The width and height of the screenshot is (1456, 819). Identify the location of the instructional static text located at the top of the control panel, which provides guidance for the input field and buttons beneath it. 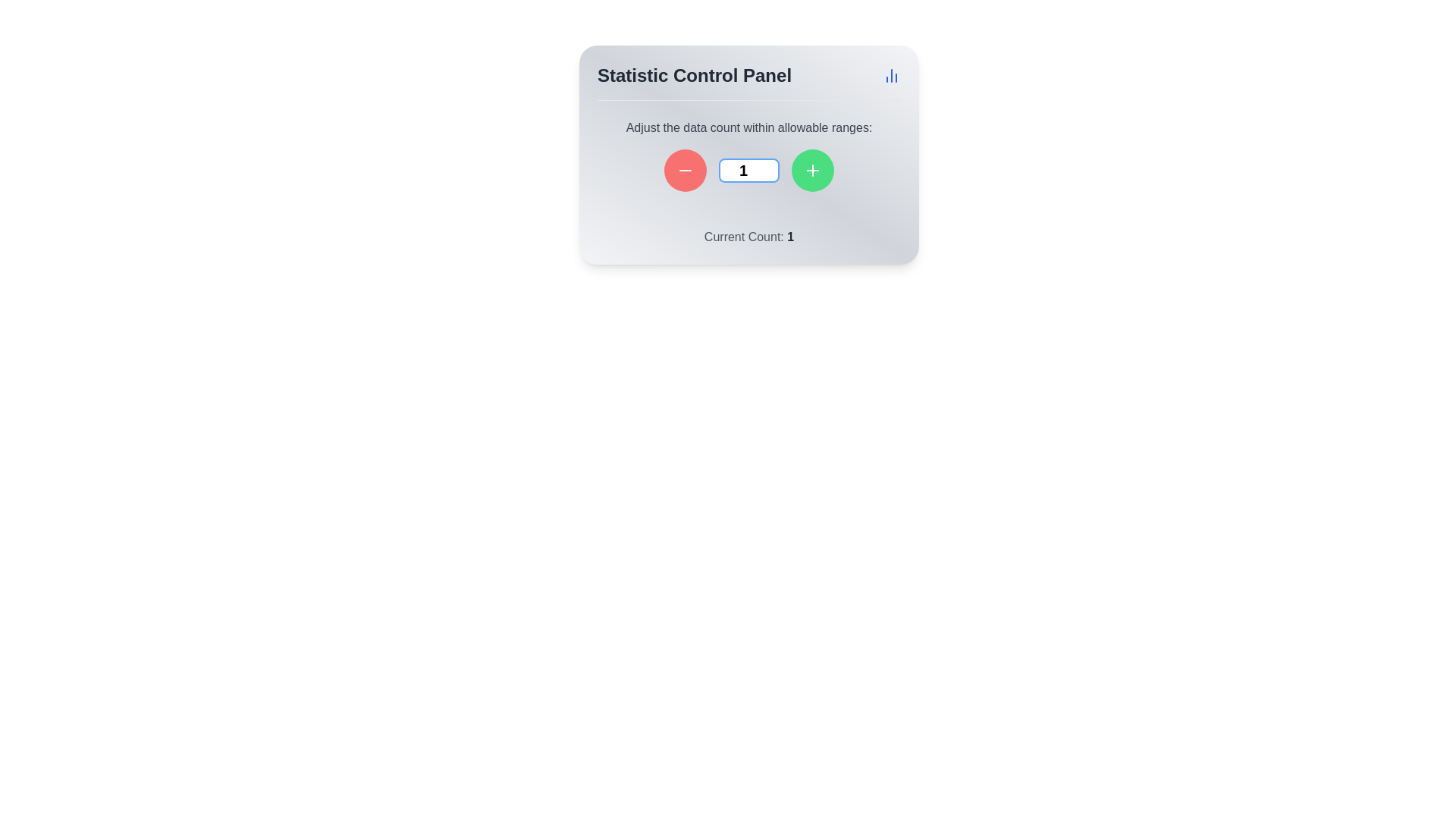
(749, 127).